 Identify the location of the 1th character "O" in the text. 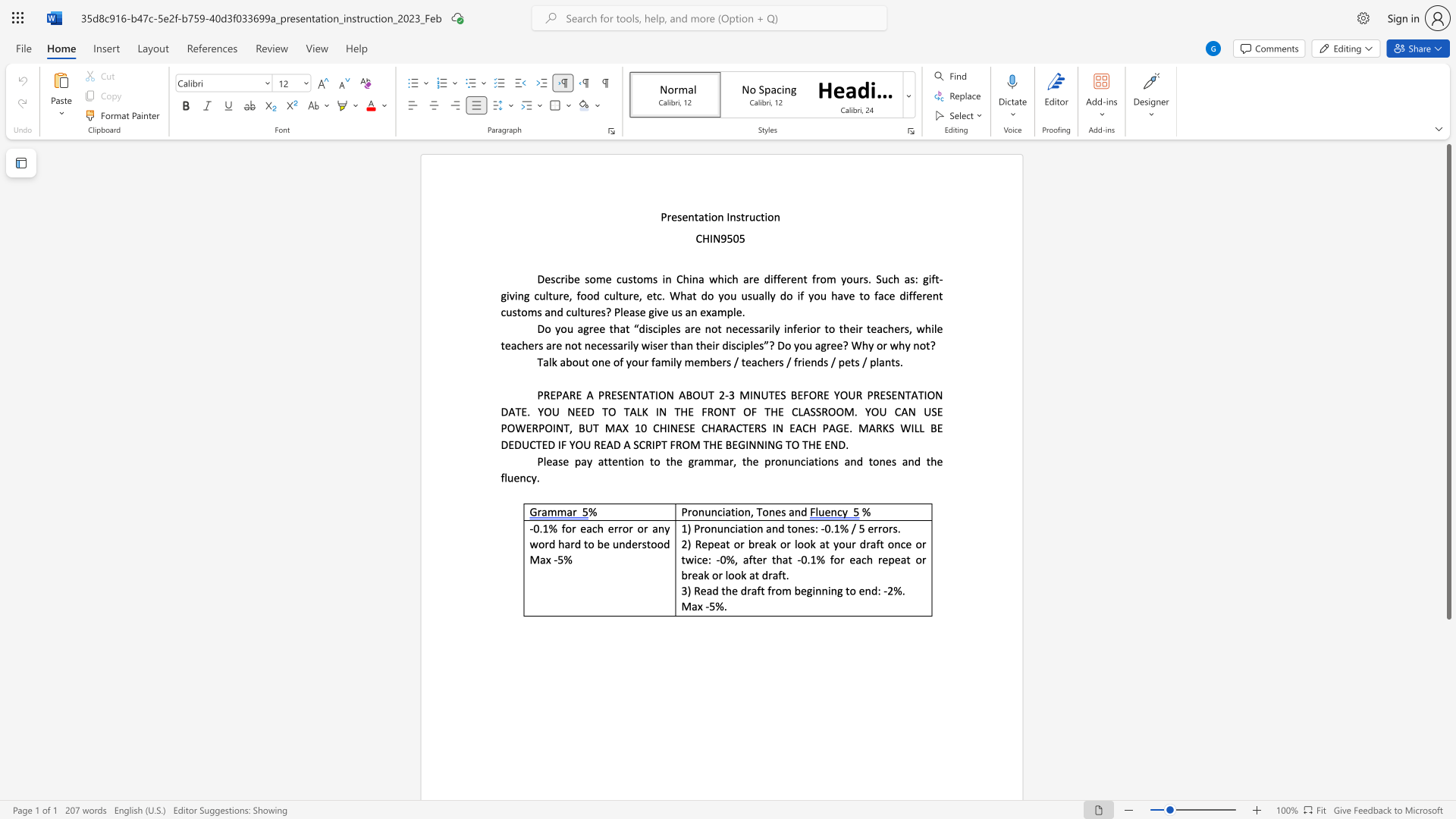
(662, 394).